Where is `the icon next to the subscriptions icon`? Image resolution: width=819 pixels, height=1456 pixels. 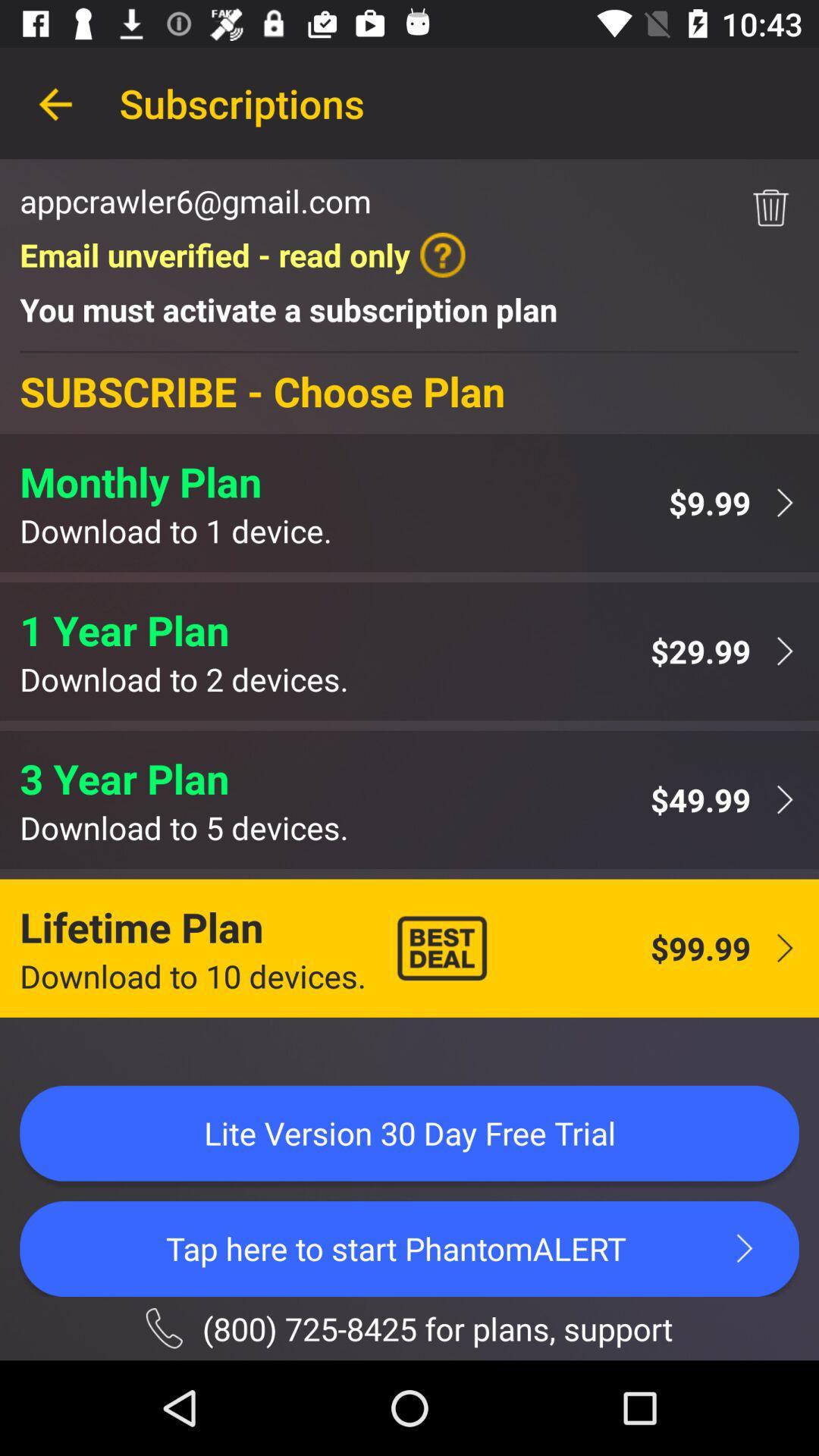
the icon next to the subscriptions icon is located at coordinates (55, 102).